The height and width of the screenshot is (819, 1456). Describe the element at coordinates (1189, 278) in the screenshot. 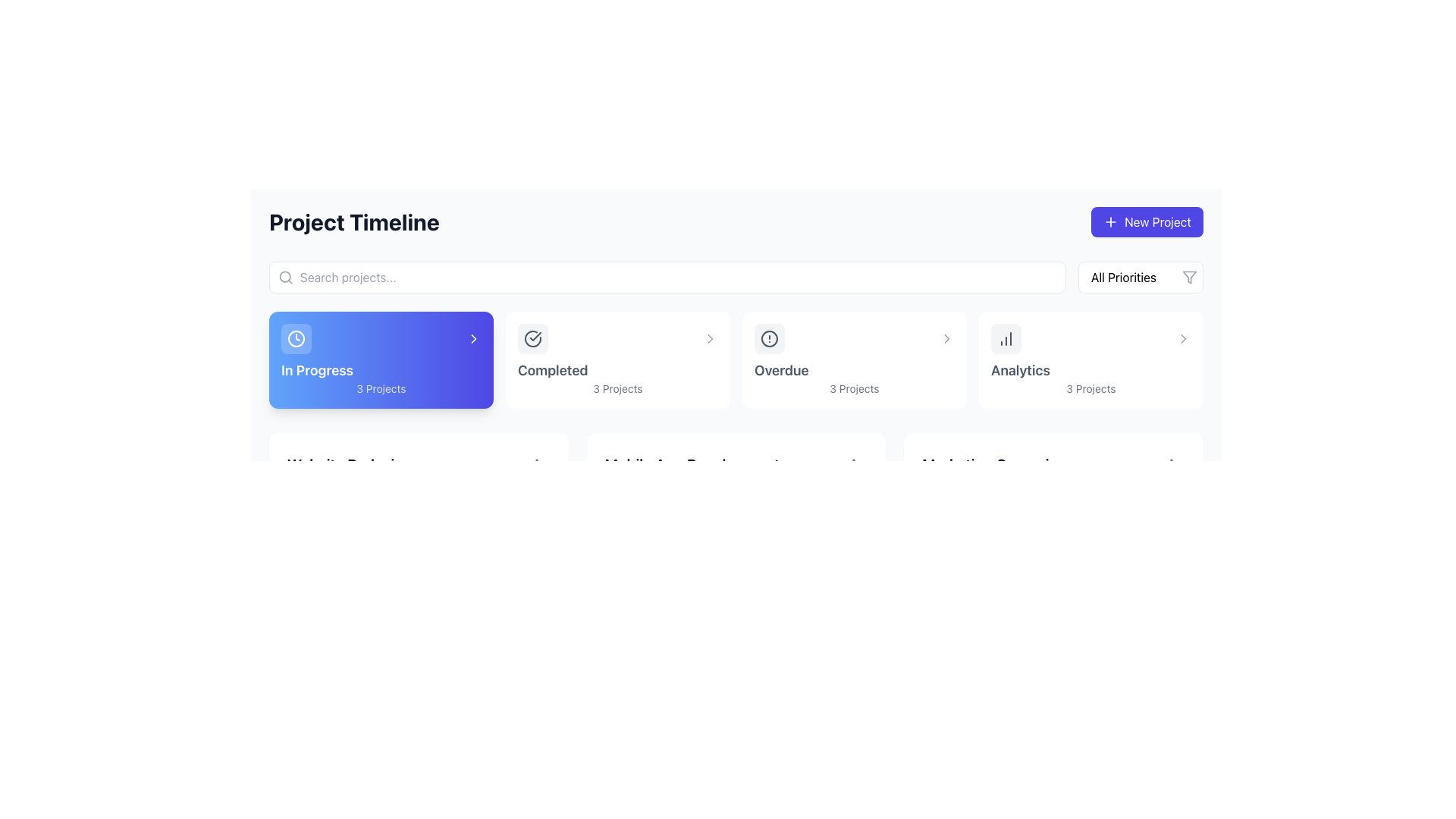

I see `the stylized filter icon located in the header bar towards the top-right corner, next to the 'All Priorities' dropdown button` at that location.